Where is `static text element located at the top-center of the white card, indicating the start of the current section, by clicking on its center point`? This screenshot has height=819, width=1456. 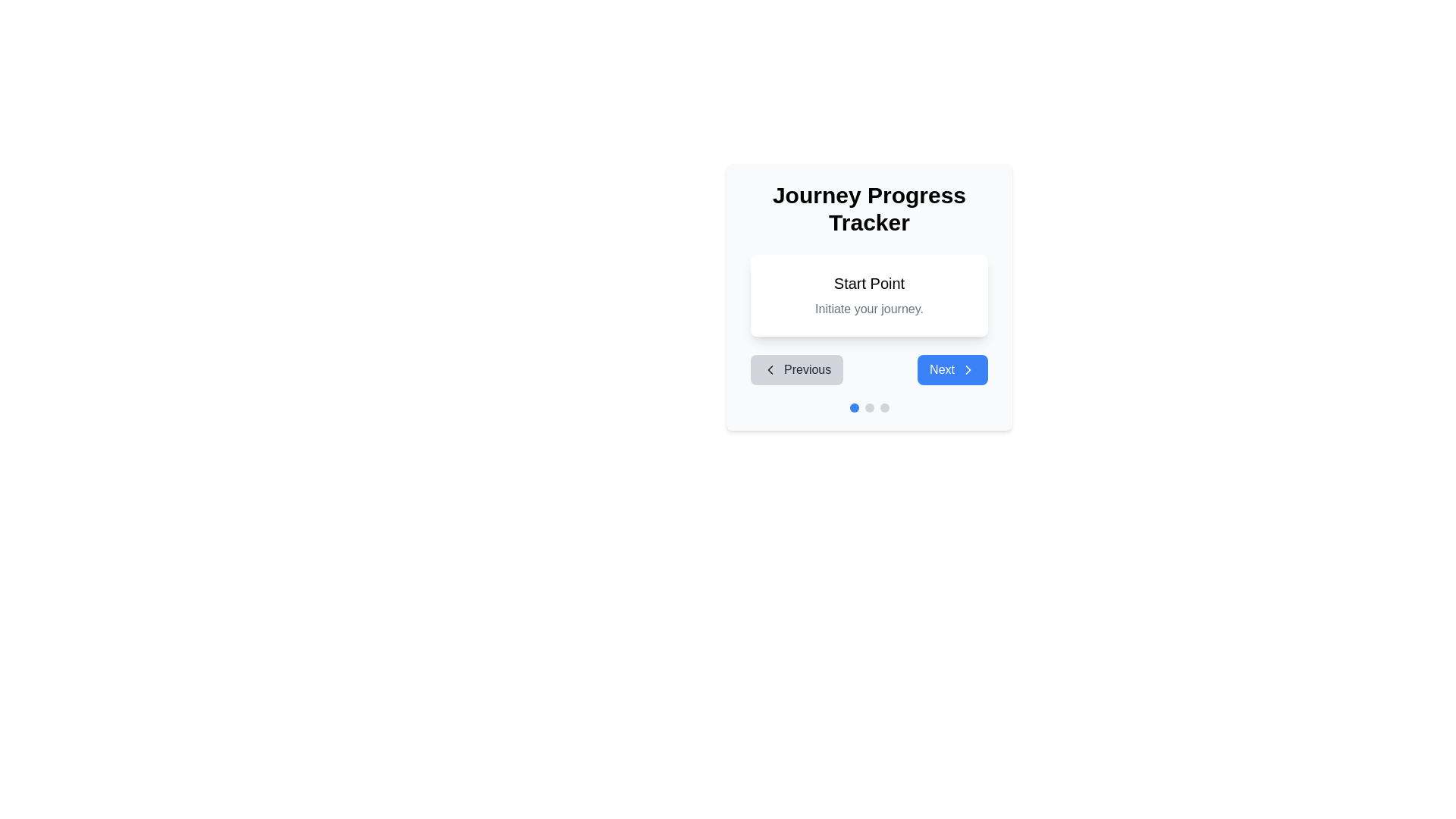 static text element located at the top-center of the white card, indicating the start of the current section, by clicking on its center point is located at coordinates (869, 284).